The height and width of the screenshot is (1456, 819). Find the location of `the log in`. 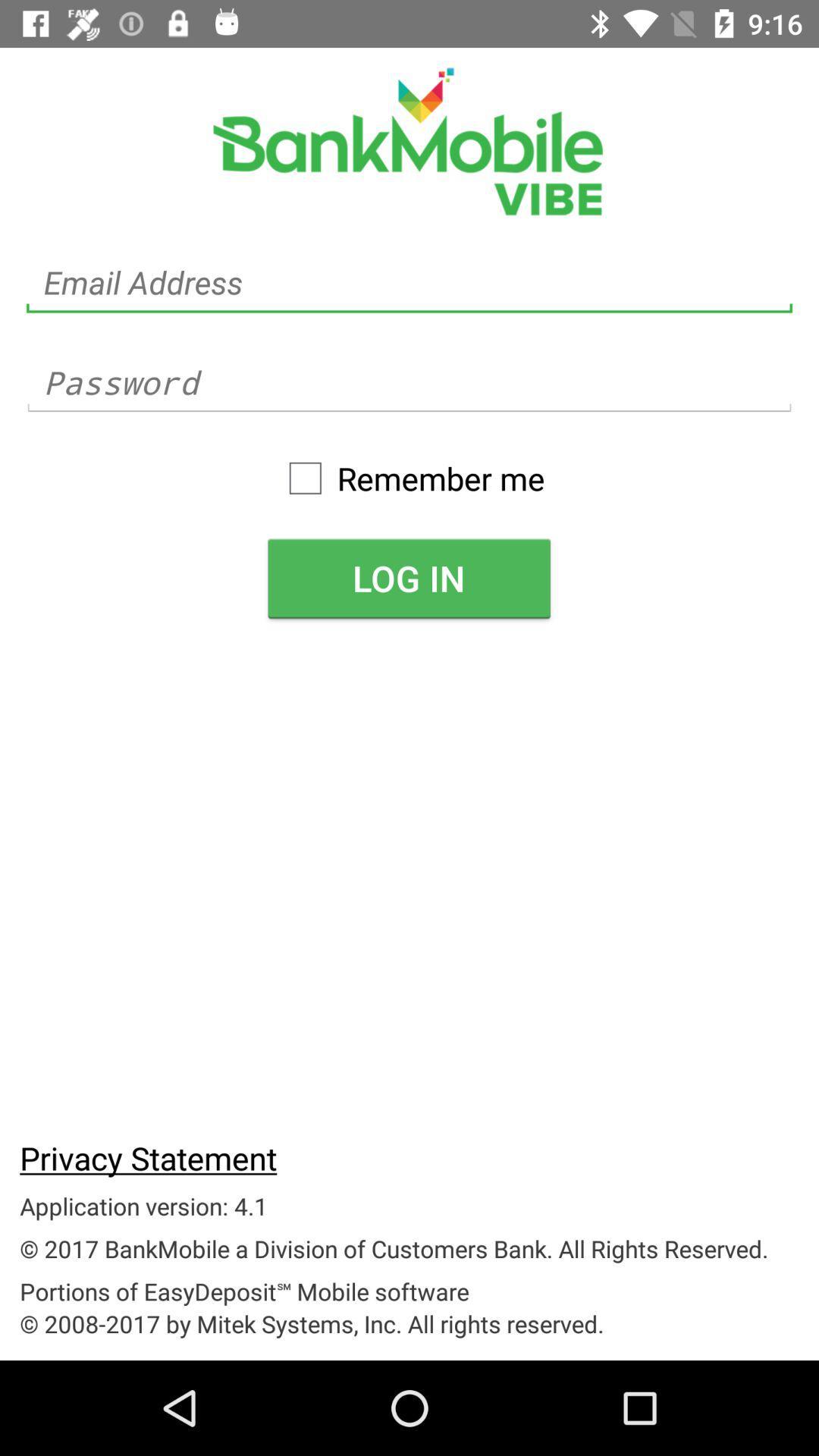

the log in is located at coordinates (408, 577).